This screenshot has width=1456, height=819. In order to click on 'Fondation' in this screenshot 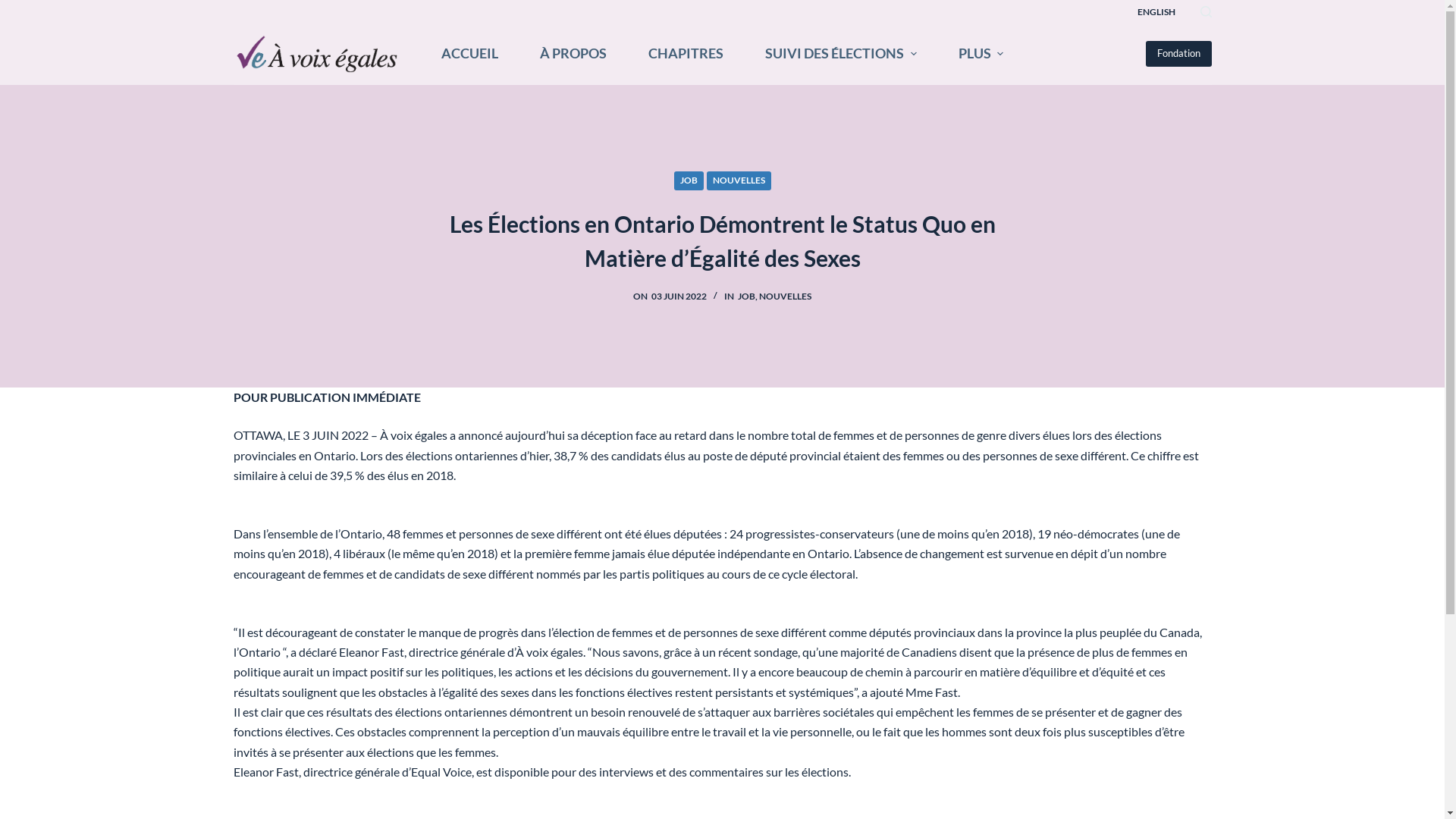, I will do `click(1177, 52)`.